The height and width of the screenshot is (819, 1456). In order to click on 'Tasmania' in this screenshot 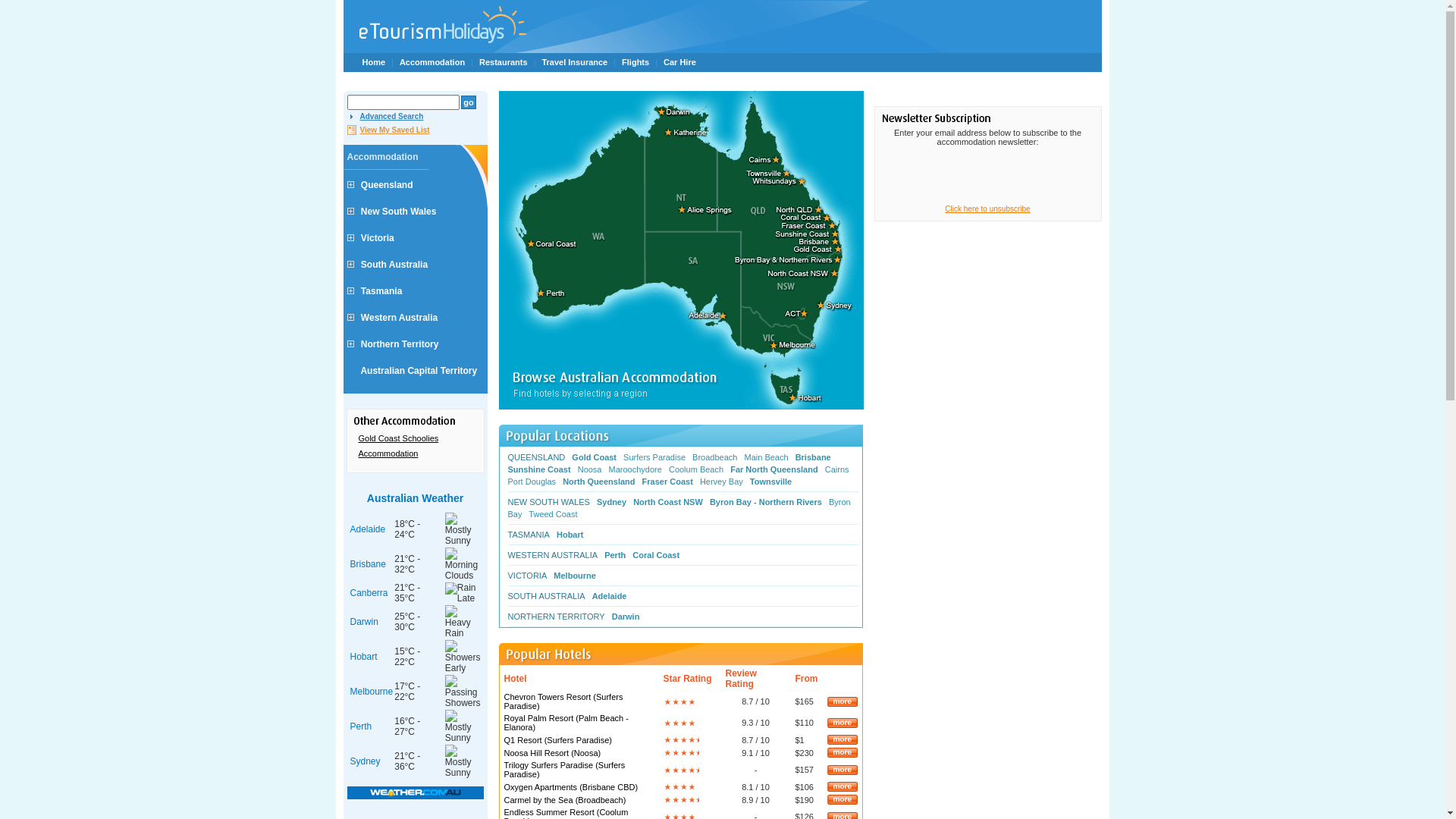, I will do `click(381, 291)`.